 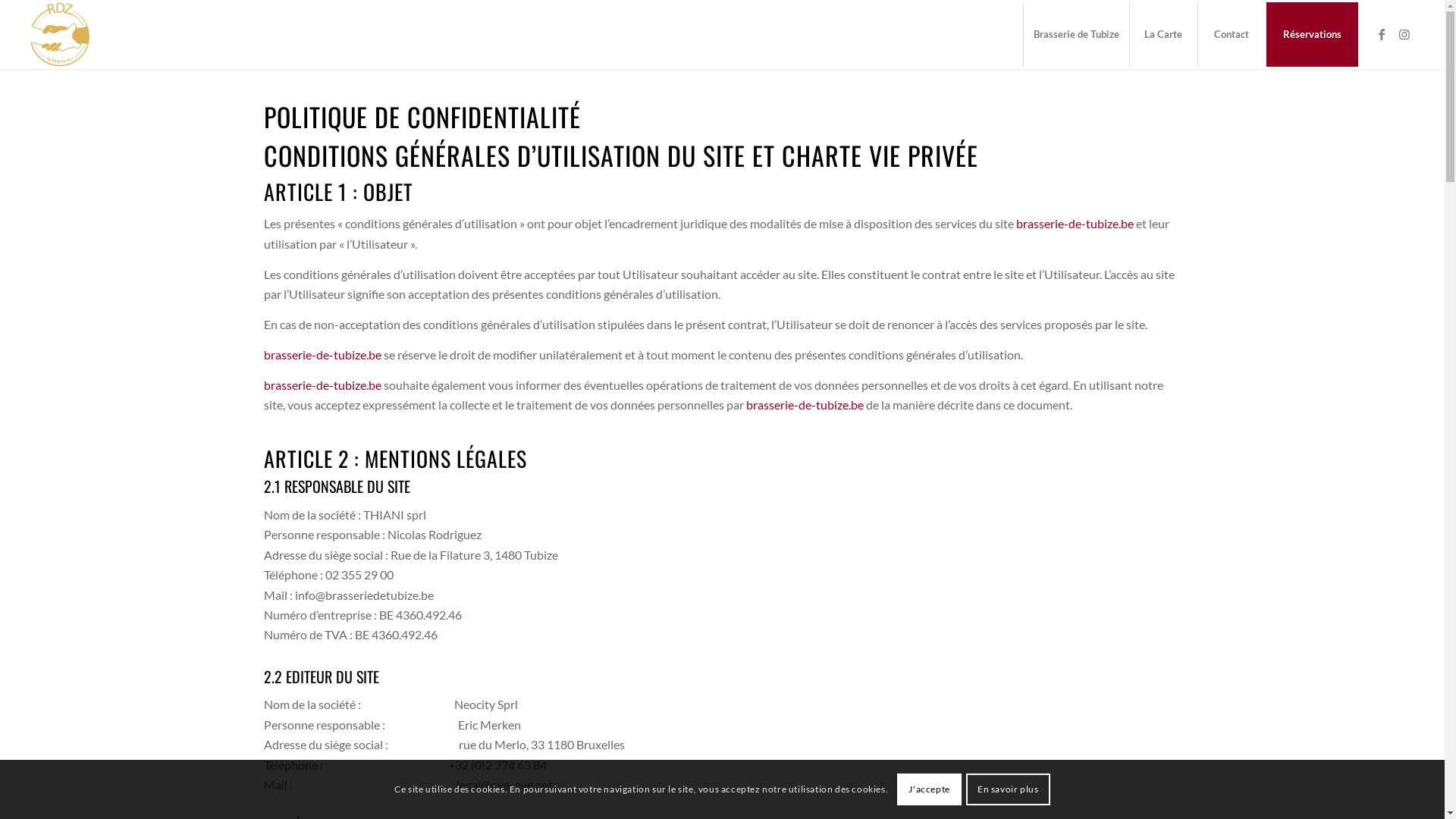 I want to click on 'Instagram', so click(x=1404, y=34).